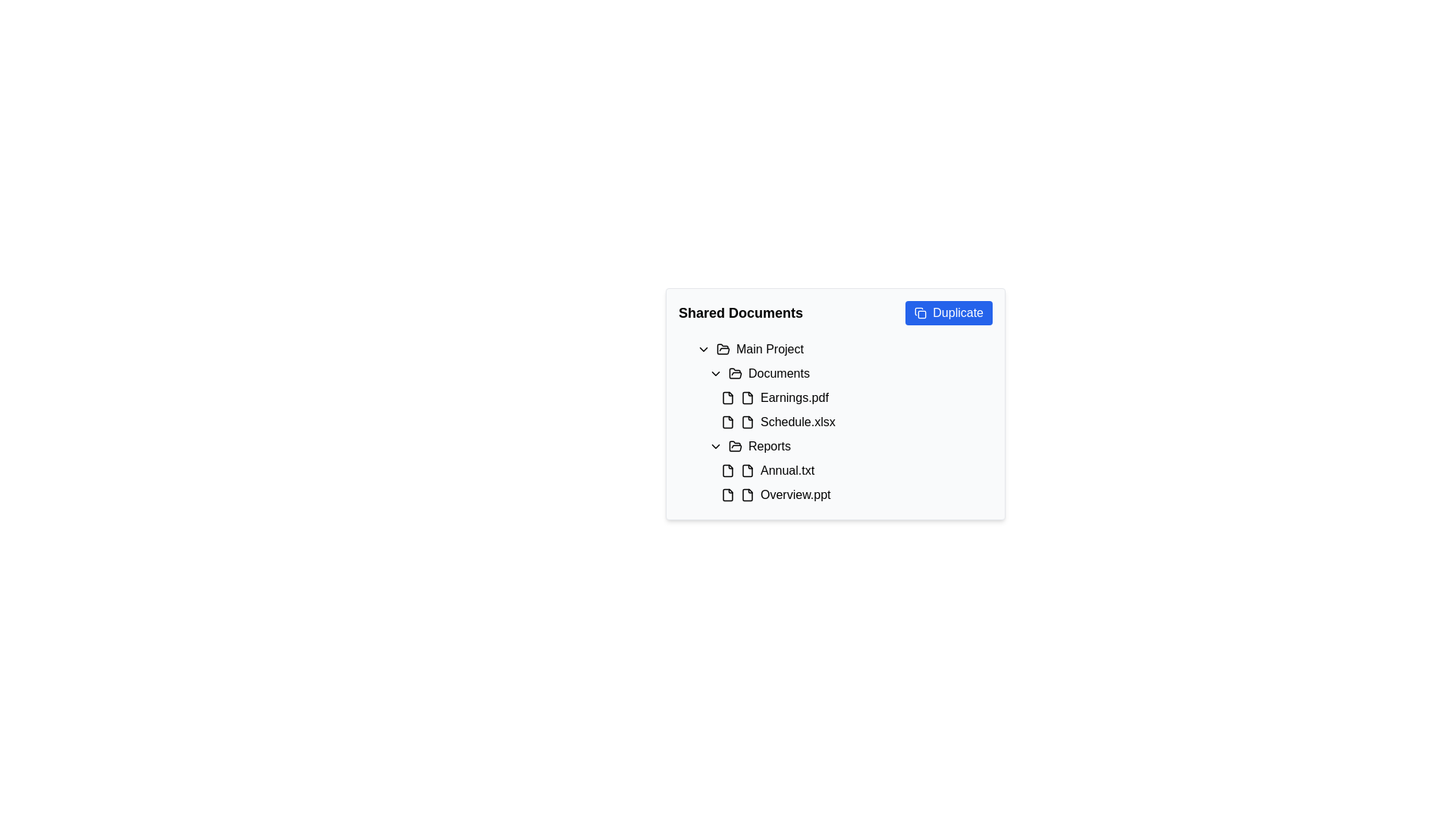  I want to click on the SVG file icon representing 'Annual.txt' in the 'Reports' section of the 'Shared Documents' interface, so click(728, 470).